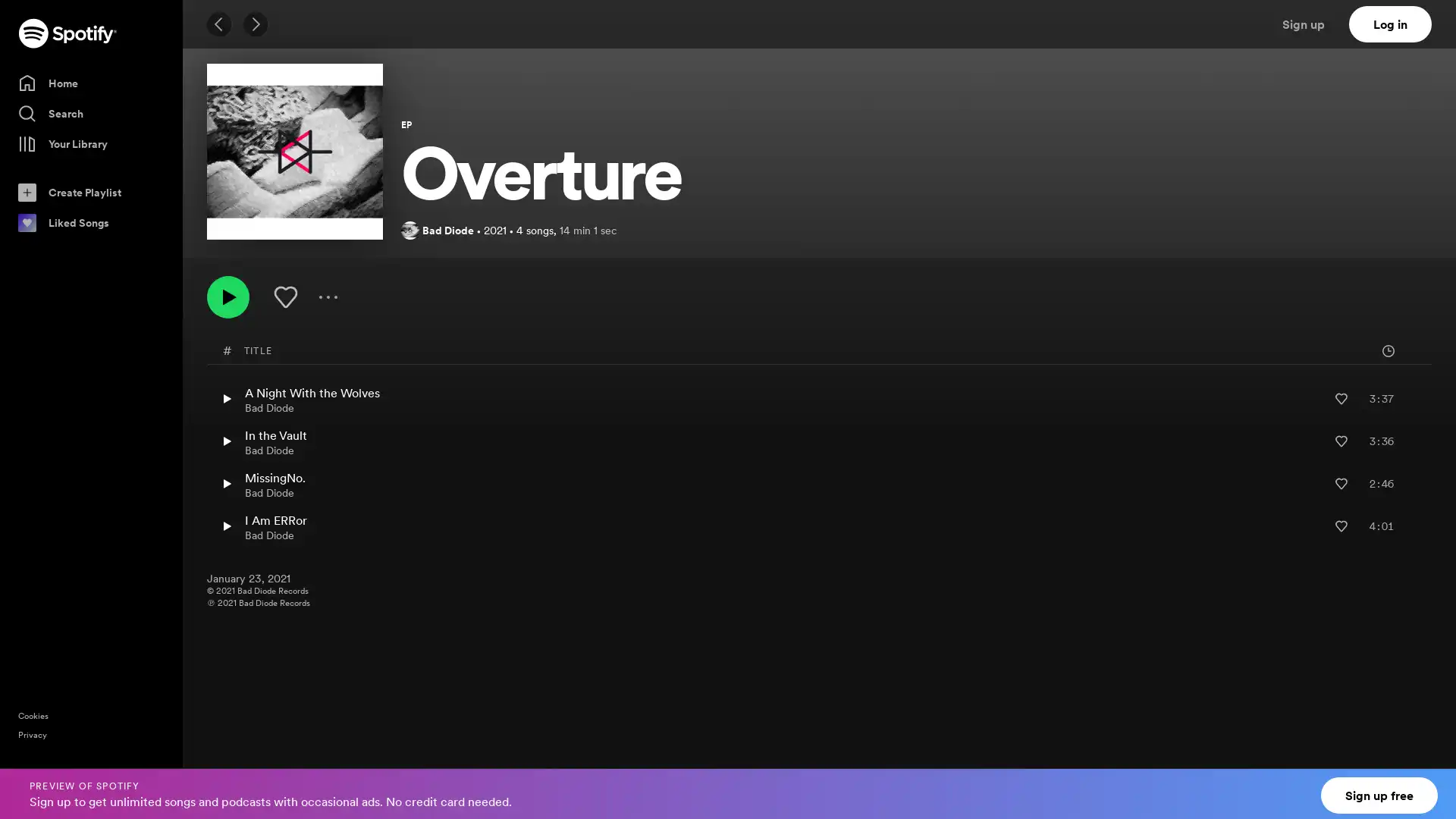  What do you see at coordinates (225, 483) in the screenshot?
I see `Play MissingNo. by Bad Diode` at bounding box center [225, 483].